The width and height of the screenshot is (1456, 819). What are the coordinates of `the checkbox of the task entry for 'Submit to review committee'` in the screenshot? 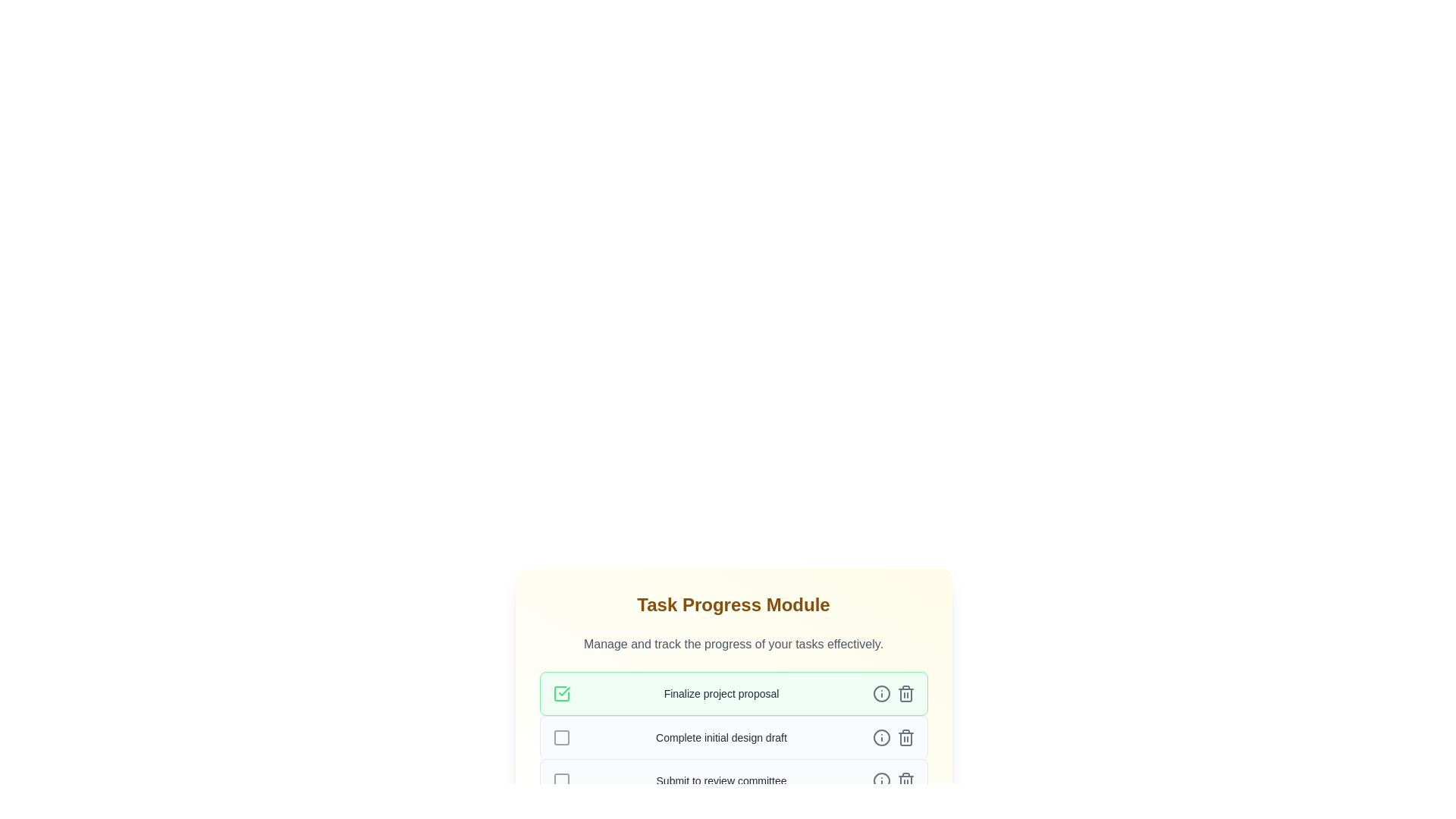 It's located at (733, 780).